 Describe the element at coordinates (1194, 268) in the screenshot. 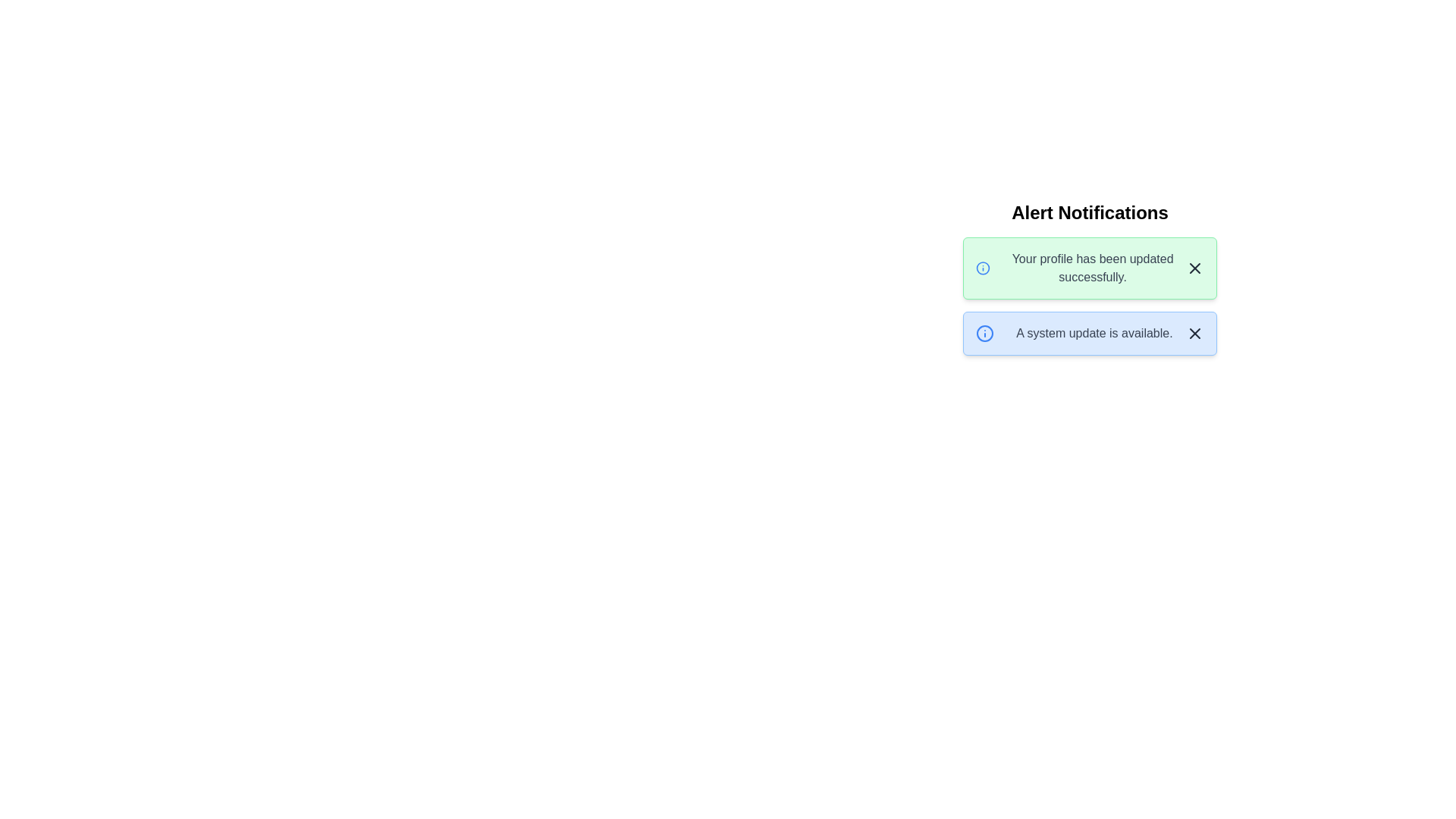

I see `the close button located at the top-right corner of the green notification box labeled 'Your profile has been updated successfully'` at that location.